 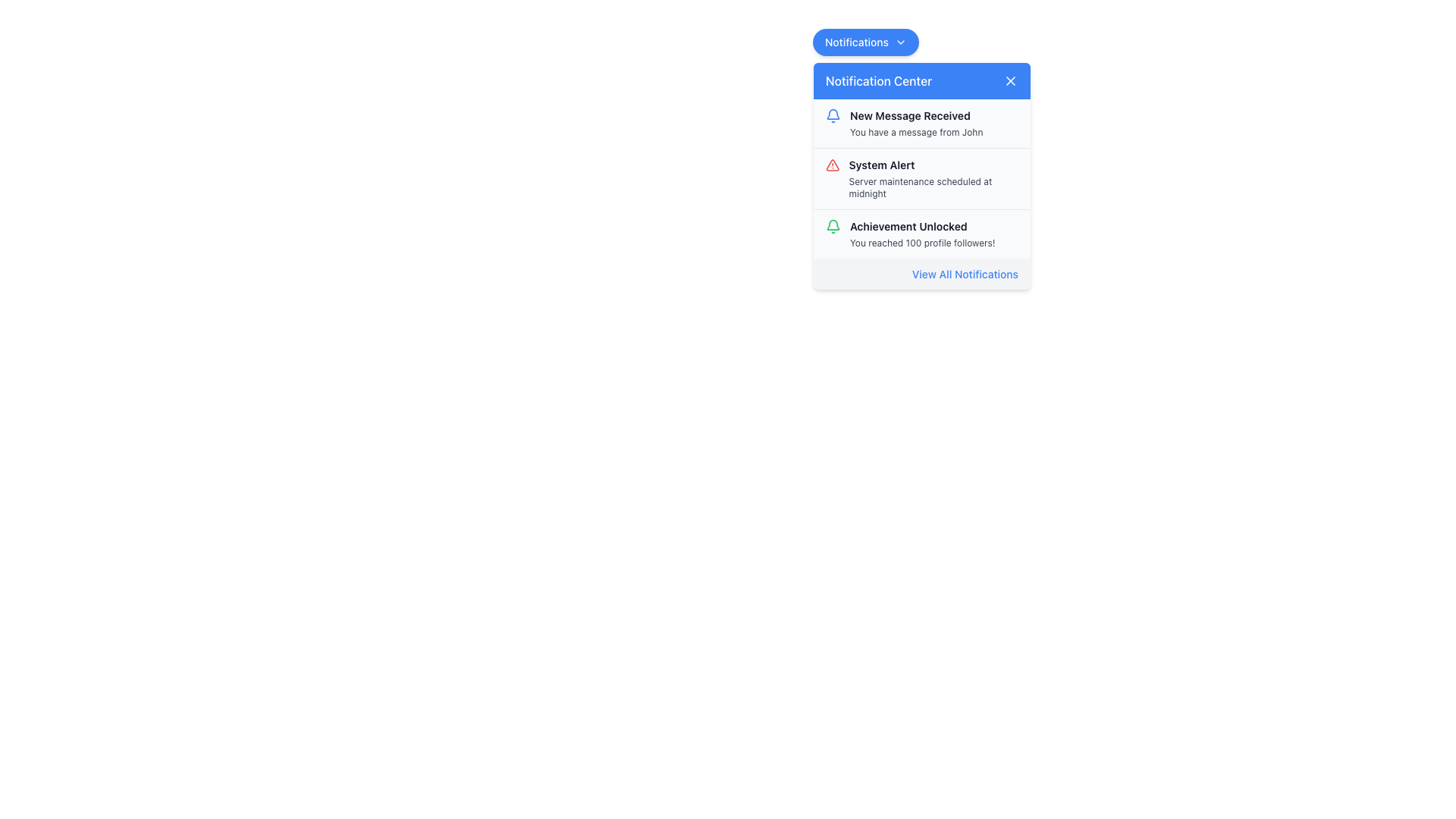 What do you see at coordinates (933, 177) in the screenshot?
I see `the Notification Item which displays 'System Alert' as the title and 'Server maintenance scheduled at midnight' as the subtitle, located in the Notification Center` at bounding box center [933, 177].